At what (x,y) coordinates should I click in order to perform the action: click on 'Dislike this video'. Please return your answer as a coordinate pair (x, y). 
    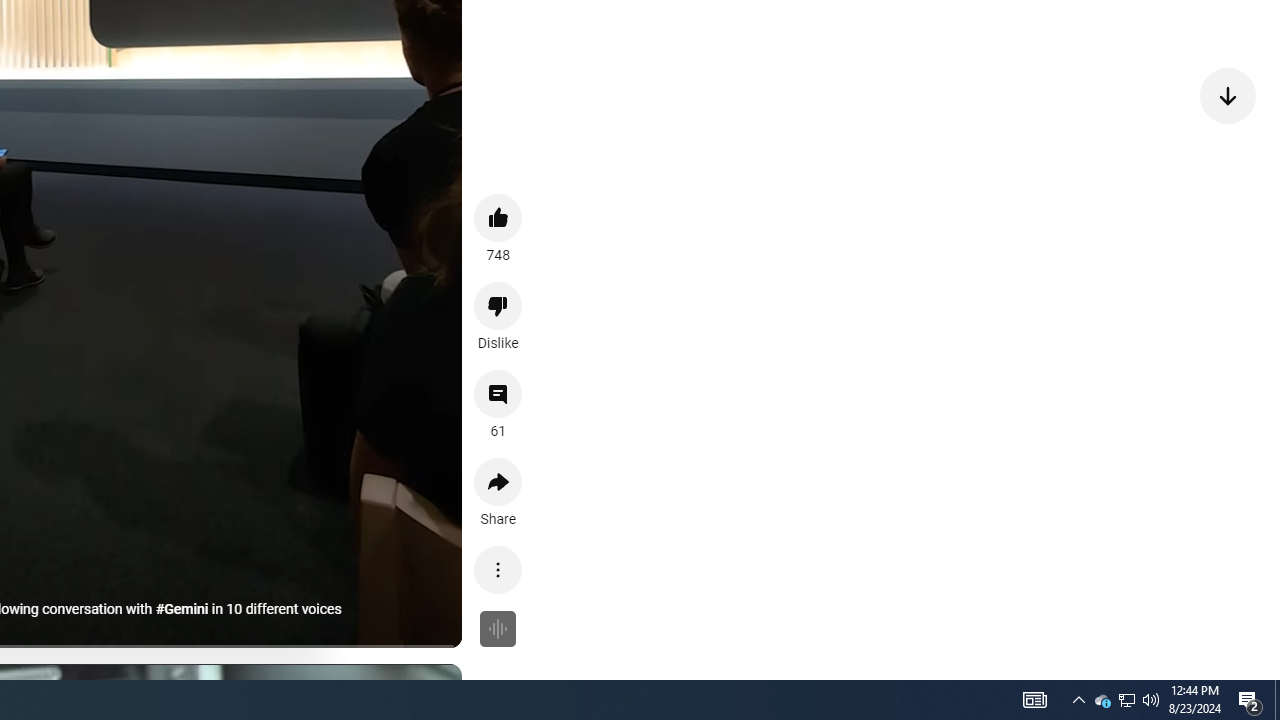
    Looking at the image, I should click on (498, 306).